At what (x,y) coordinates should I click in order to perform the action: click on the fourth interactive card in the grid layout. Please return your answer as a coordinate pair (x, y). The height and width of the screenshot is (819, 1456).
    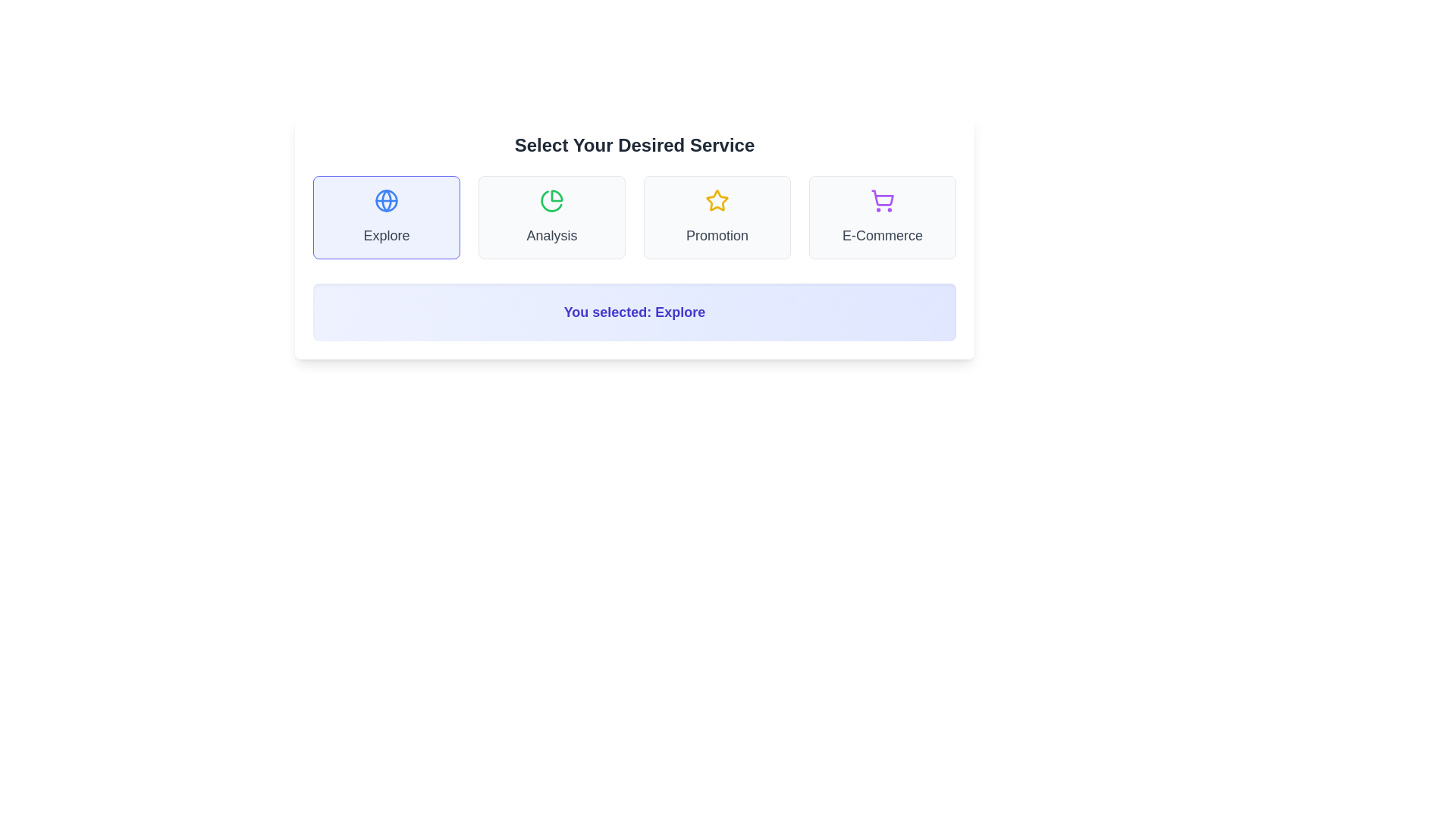
    Looking at the image, I should click on (882, 217).